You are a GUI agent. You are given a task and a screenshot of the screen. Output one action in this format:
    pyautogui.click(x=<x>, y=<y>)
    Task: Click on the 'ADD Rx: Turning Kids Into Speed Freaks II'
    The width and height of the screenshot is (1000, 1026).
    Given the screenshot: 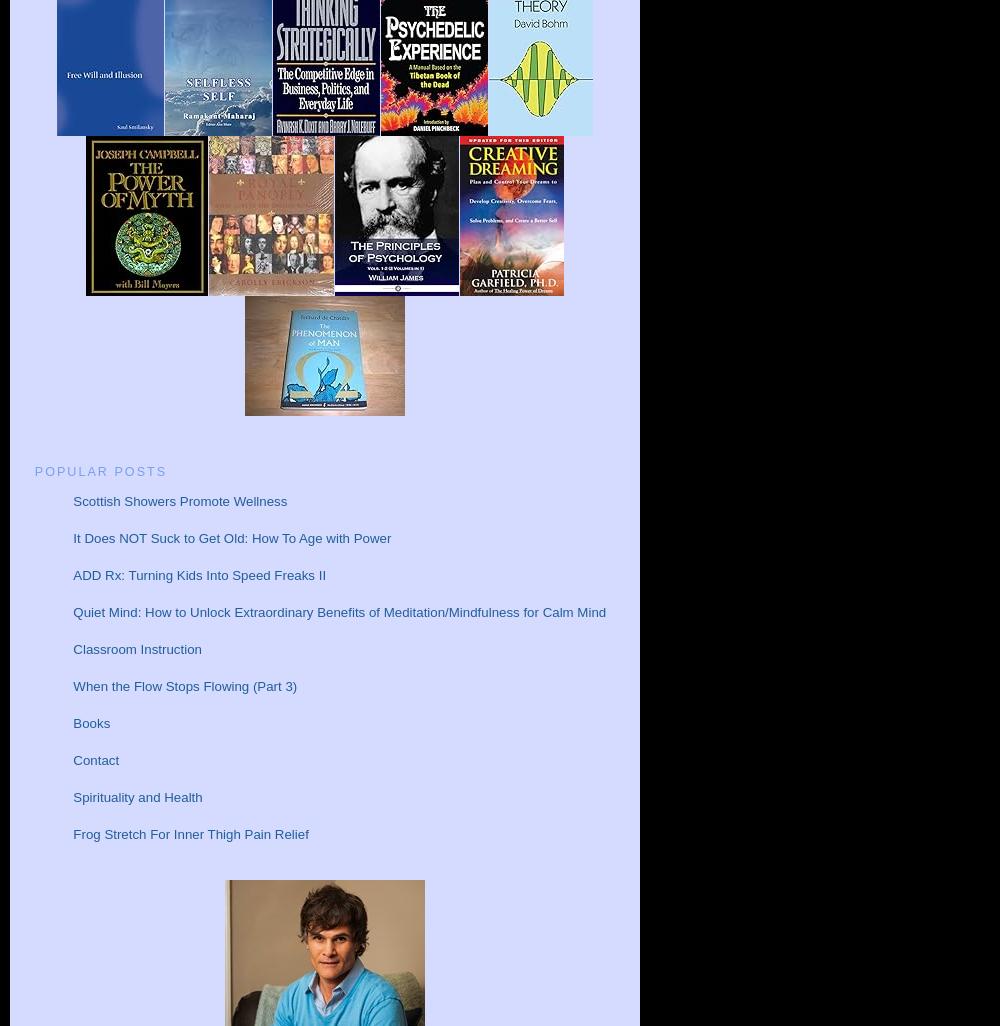 What is the action you would take?
    pyautogui.click(x=198, y=573)
    